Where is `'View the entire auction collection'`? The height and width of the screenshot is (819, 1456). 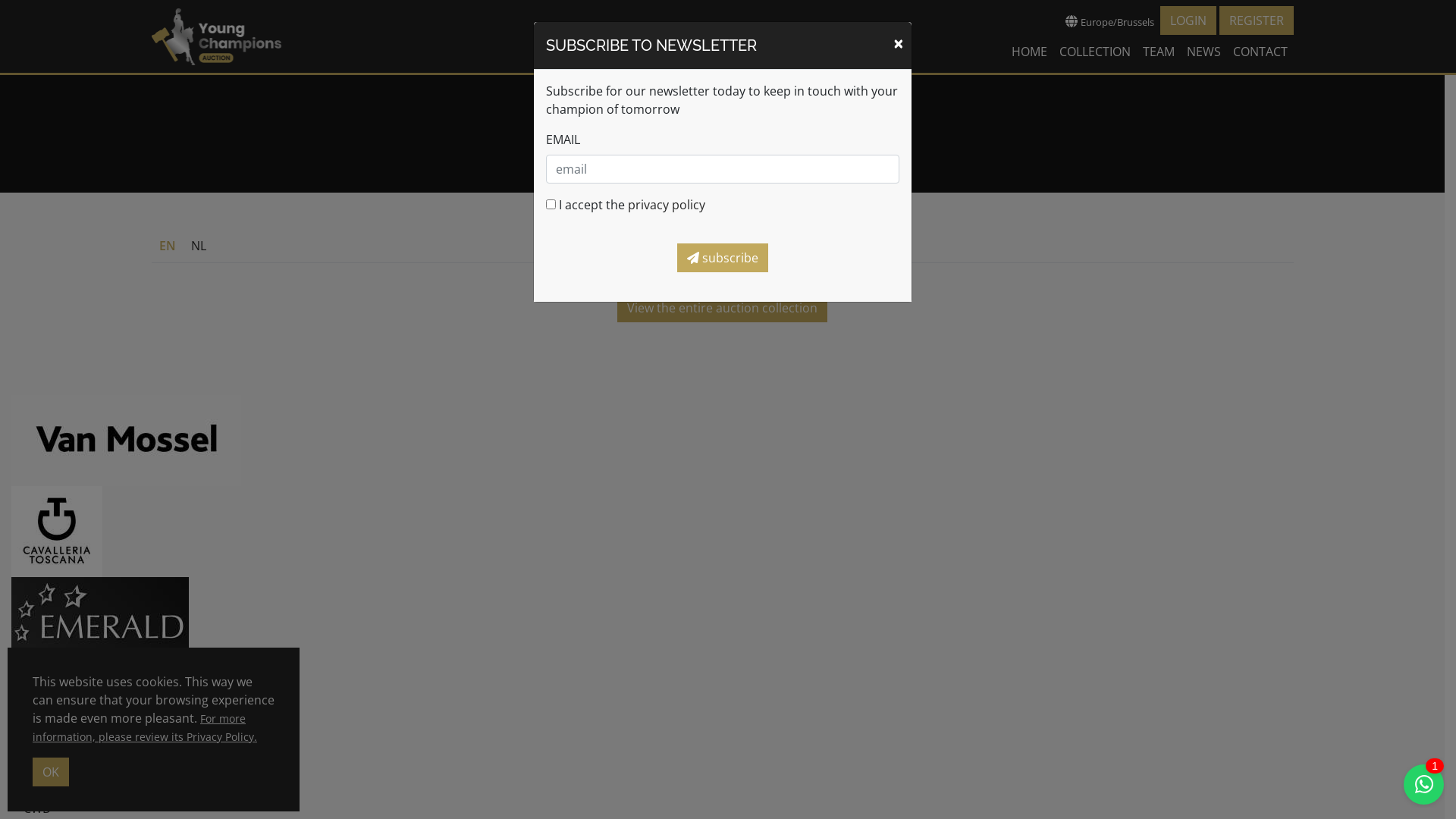
'View the entire auction collection' is located at coordinates (721, 307).